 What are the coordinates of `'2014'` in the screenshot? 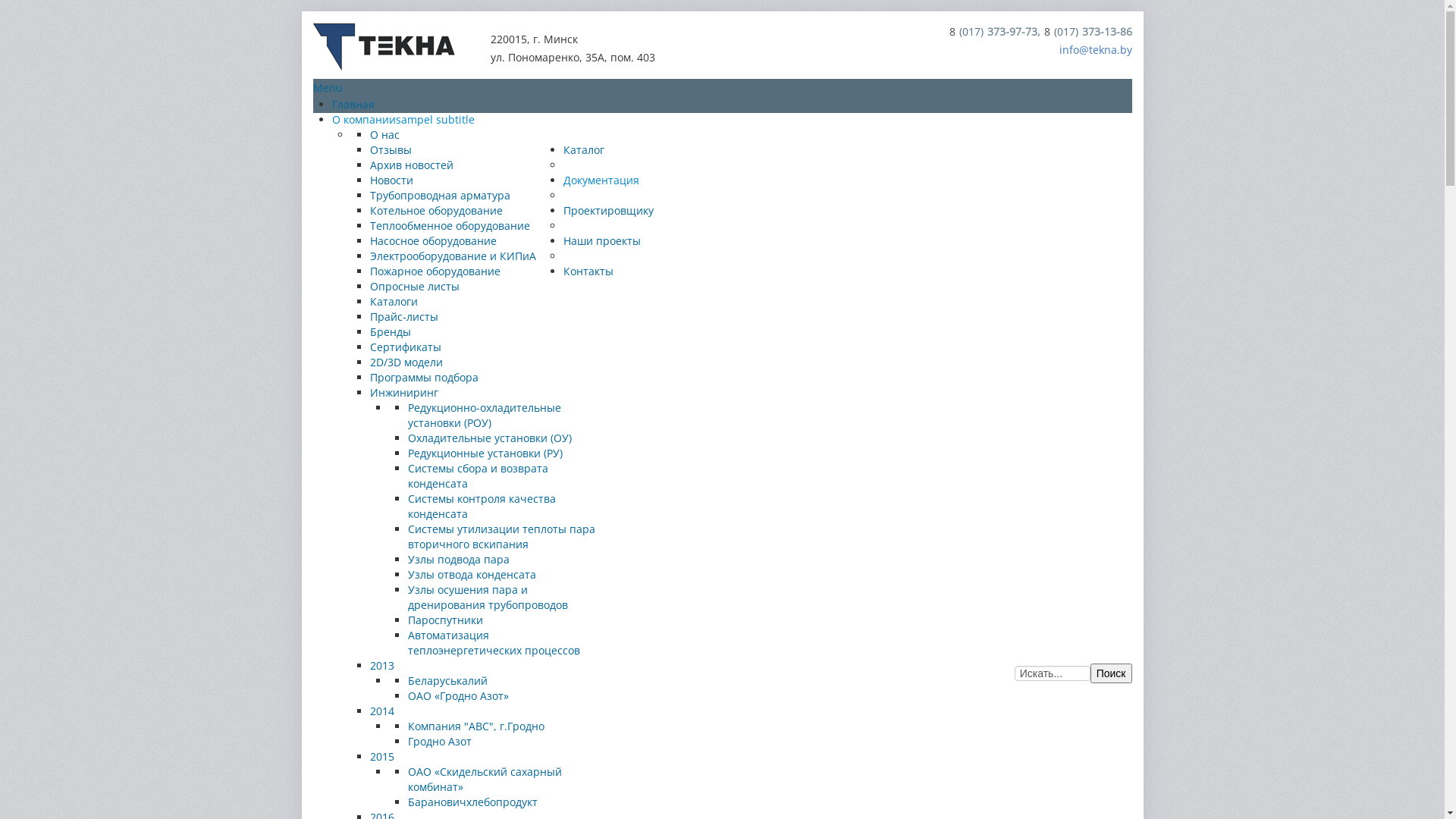 It's located at (382, 711).